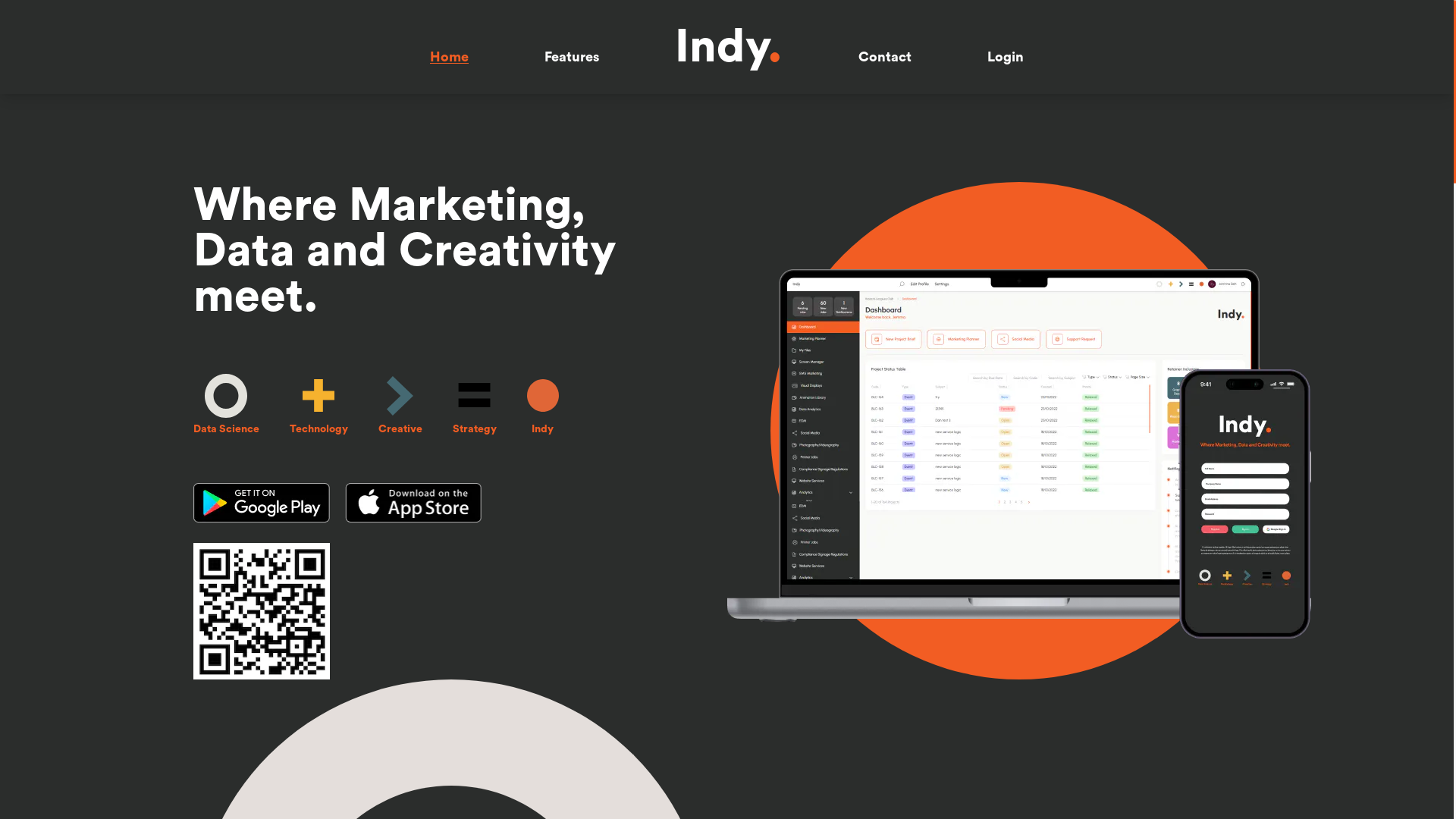 This screenshot has width=1456, height=819. Describe the element at coordinates (1005, 55) in the screenshot. I see `'Login'` at that location.